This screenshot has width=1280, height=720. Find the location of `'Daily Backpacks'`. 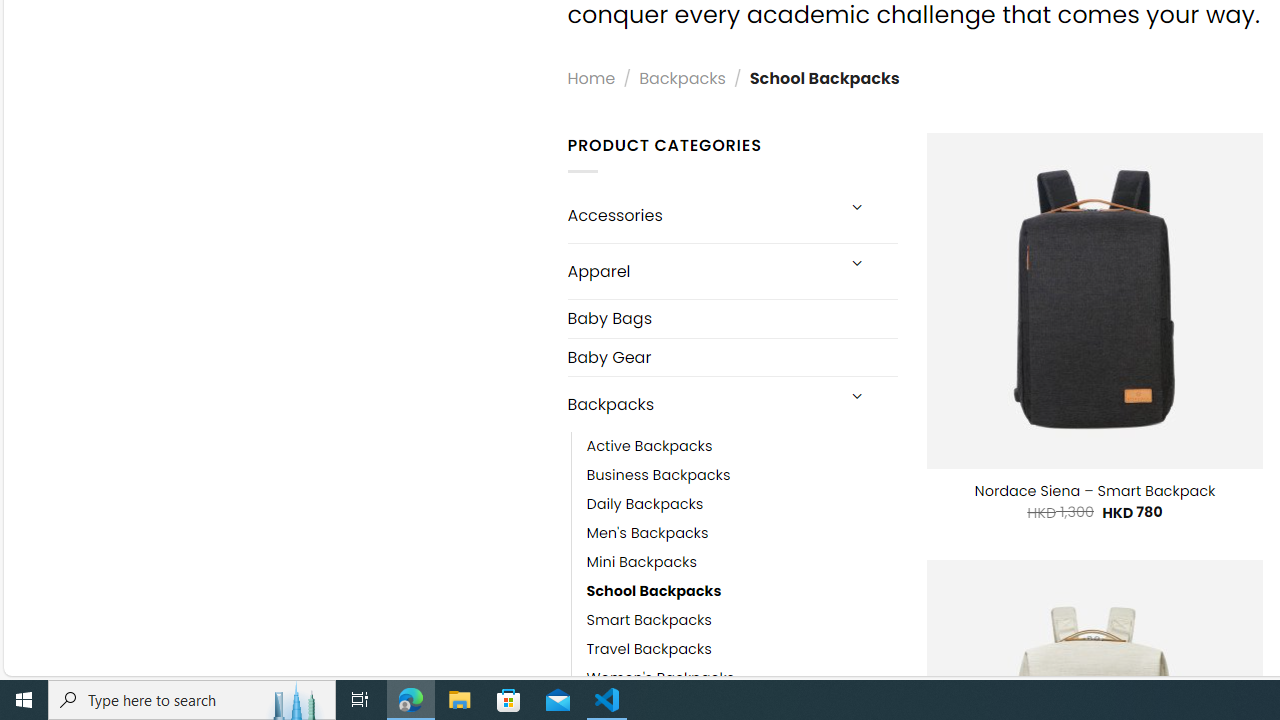

'Daily Backpacks' is located at coordinates (741, 504).